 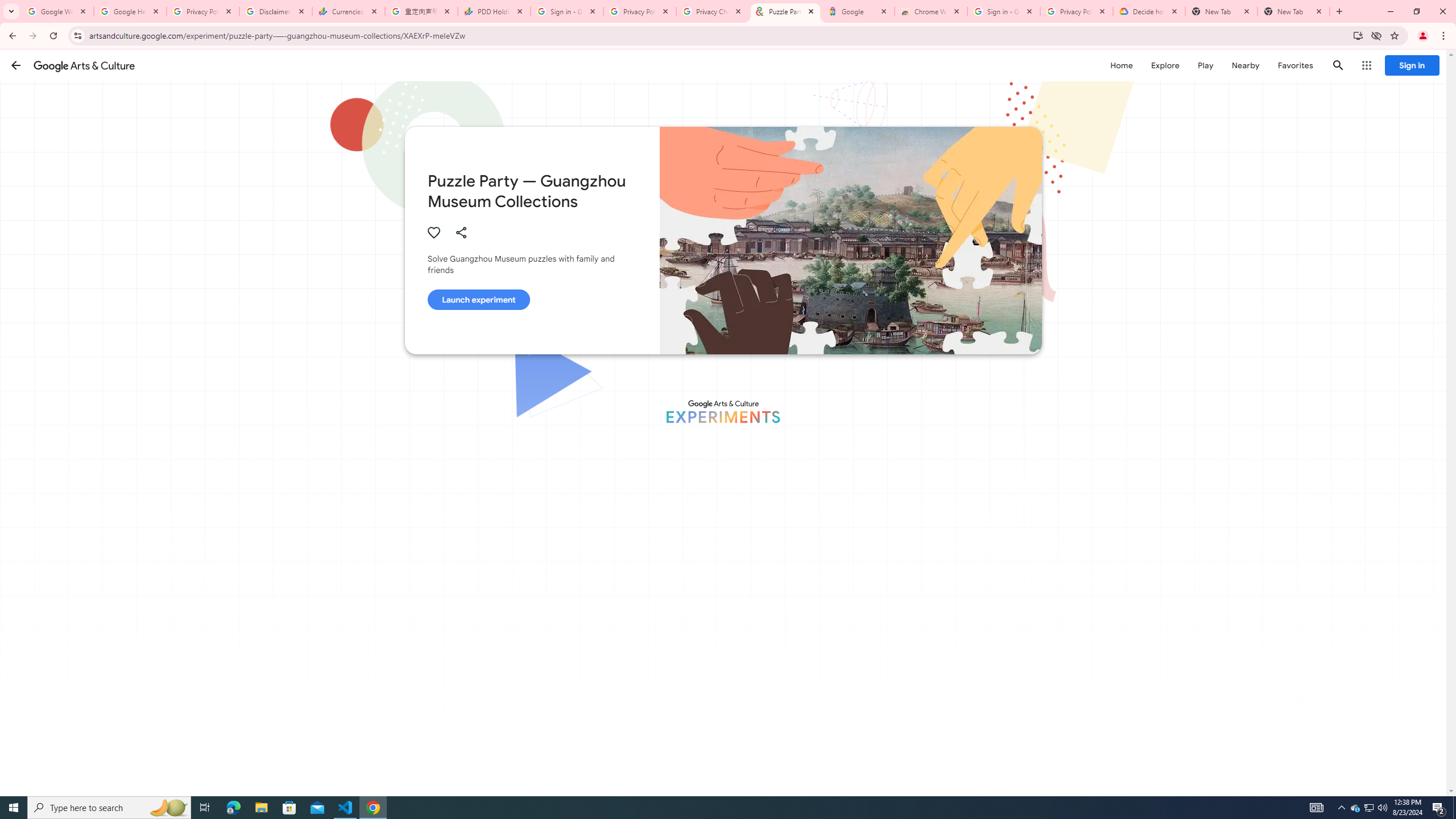 What do you see at coordinates (84, 65) in the screenshot?
I see `'Google Arts & Culture'` at bounding box center [84, 65].